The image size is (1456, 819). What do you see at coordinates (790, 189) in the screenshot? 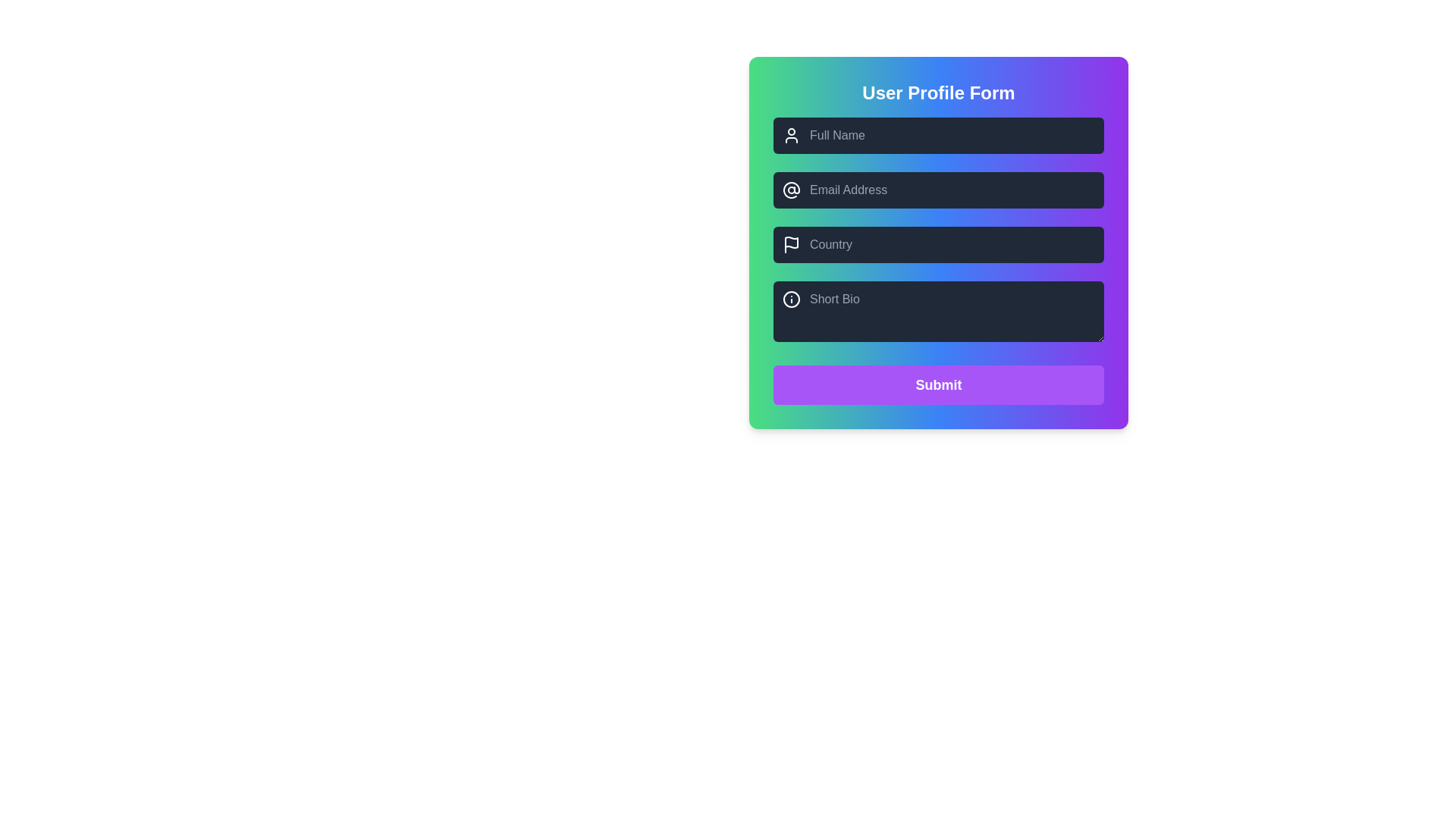
I see `the icon that visually indicates the purpose of the associated email input field, which is located to the left of the 'Email Address' input in the second row of the form` at bounding box center [790, 189].